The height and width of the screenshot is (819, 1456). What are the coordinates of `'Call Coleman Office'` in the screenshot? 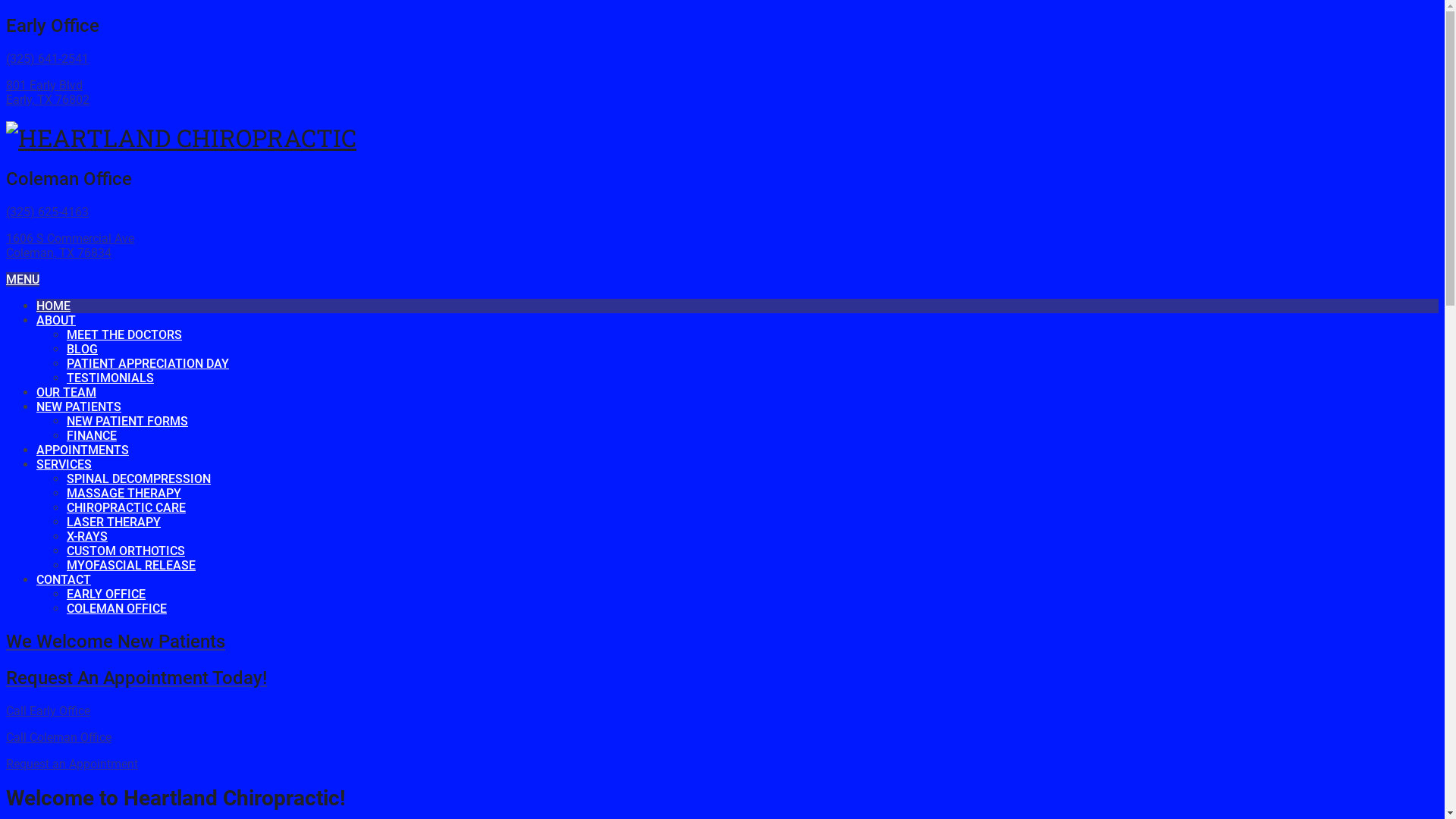 It's located at (6, 736).